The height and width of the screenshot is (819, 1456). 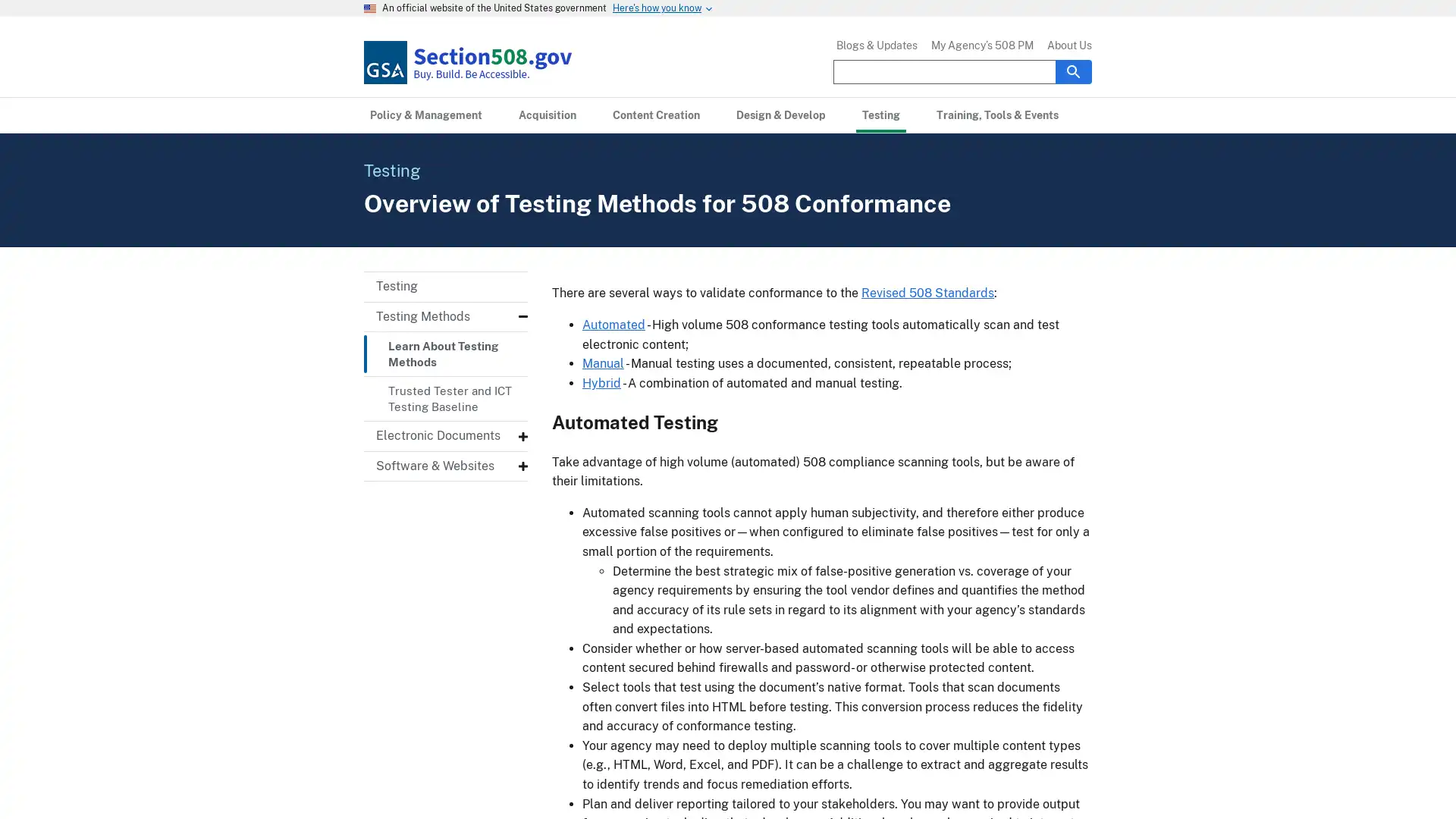 I want to click on Search, so click(x=1073, y=71).